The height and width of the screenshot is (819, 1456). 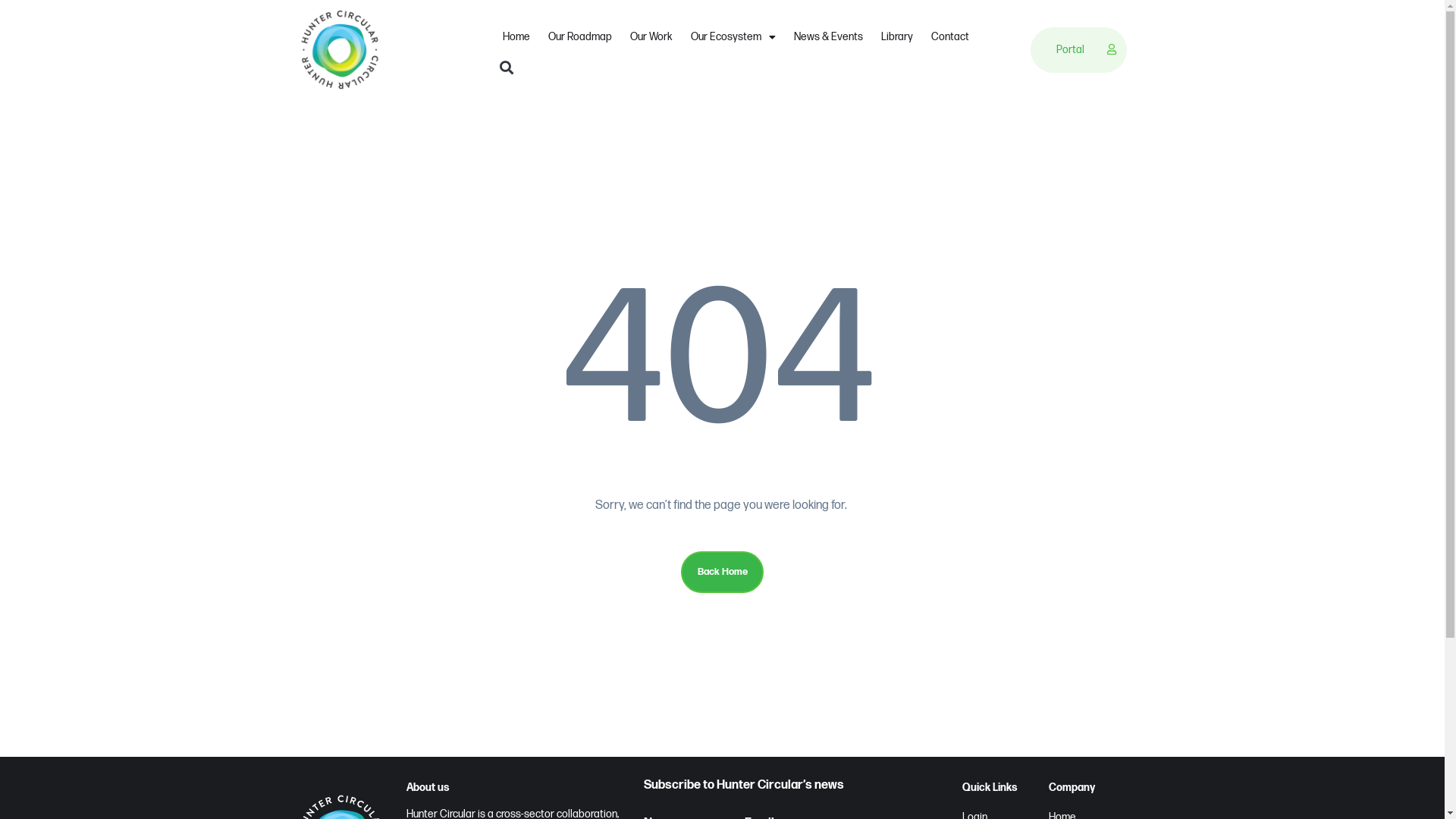 What do you see at coordinates (680, 36) in the screenshot?
I see `'Our Ecosystem'` at bounding box center [680, 36].